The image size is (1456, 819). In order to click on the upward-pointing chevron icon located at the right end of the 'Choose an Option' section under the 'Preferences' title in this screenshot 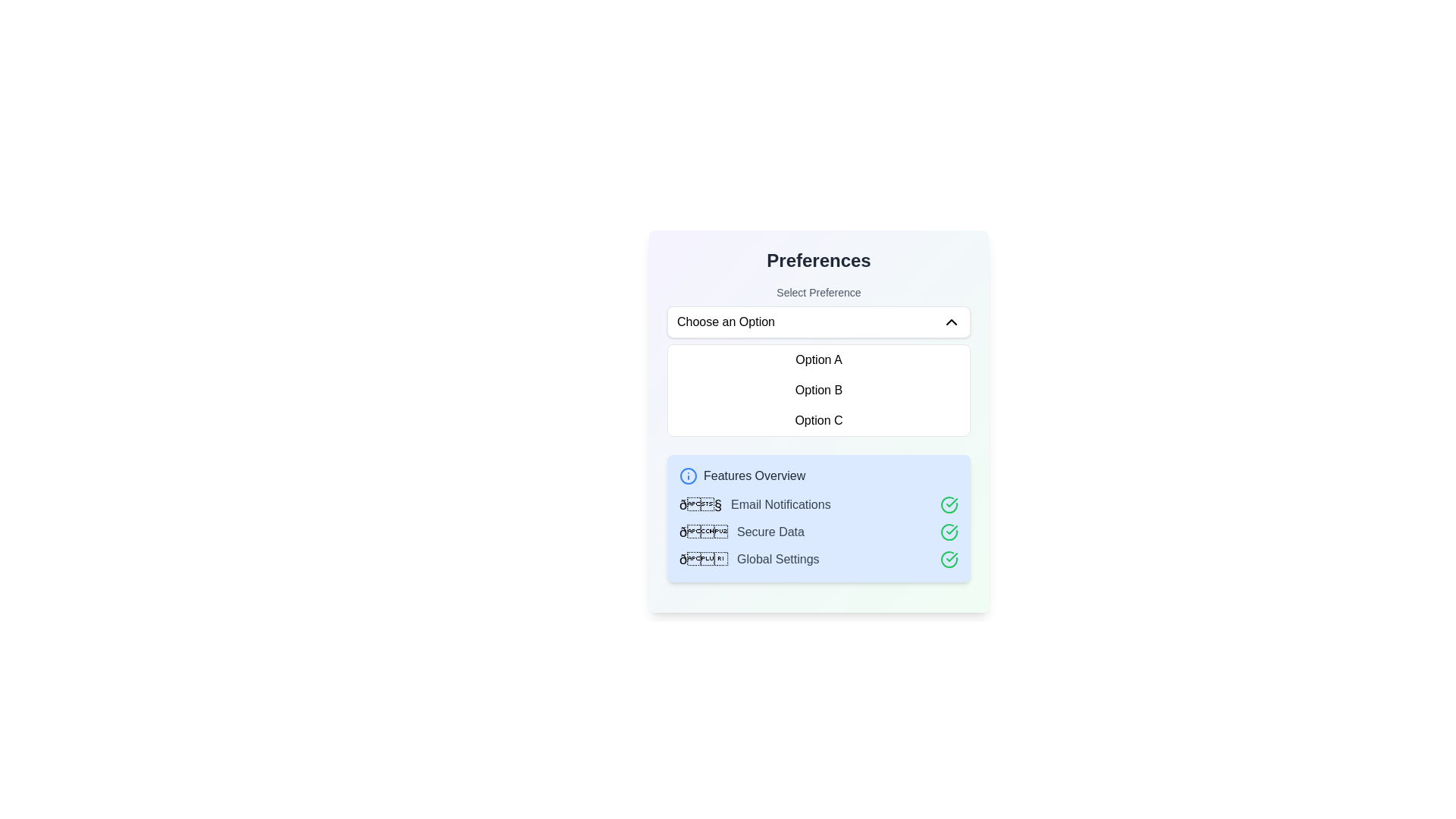, I will do `click(950, 321)`.